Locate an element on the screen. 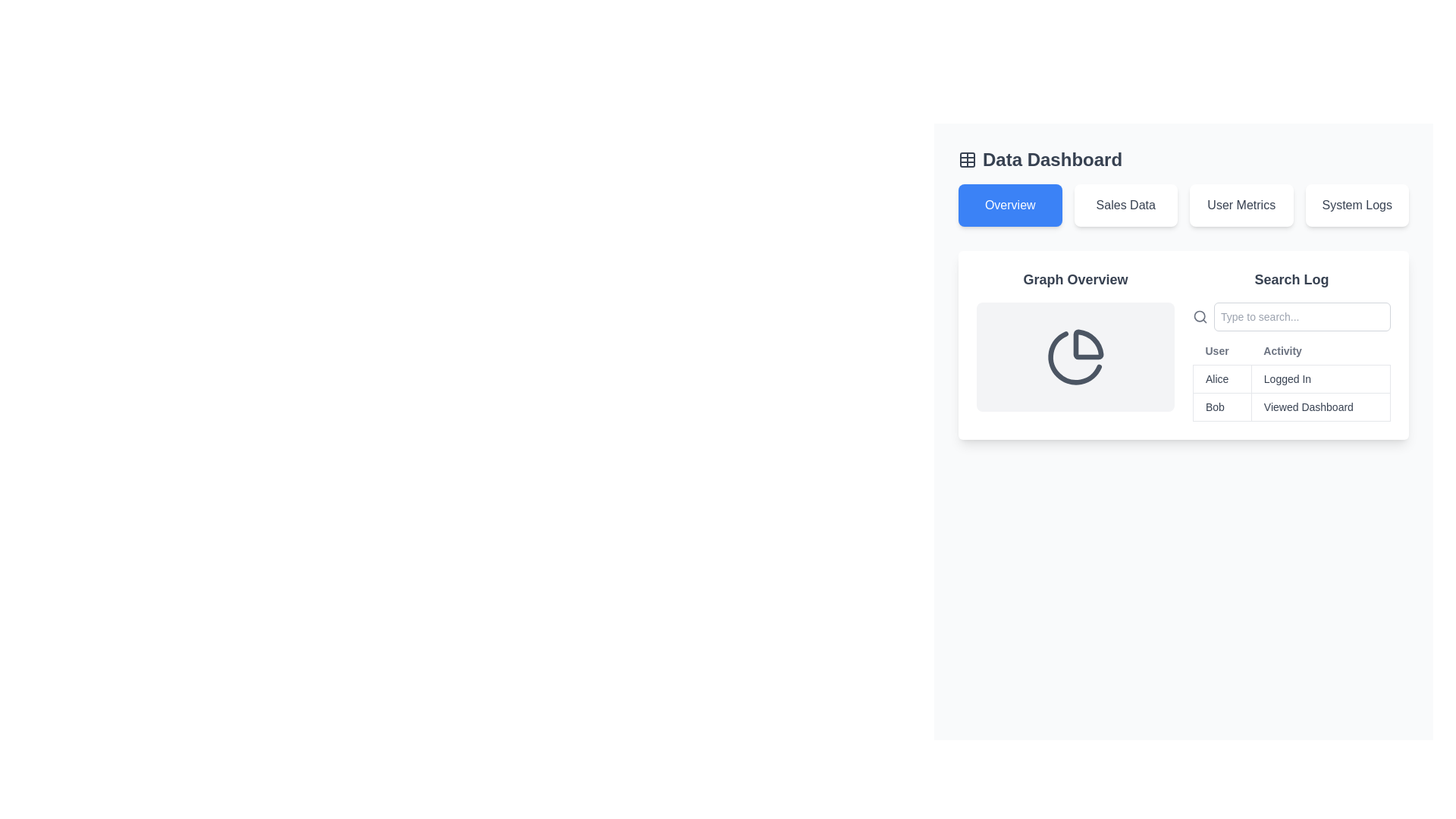 This screenshot has height=819, width=1456. the decorative element within the pie chart graphic that indicates the right-side slice of data in the 'Graph Overview' card is located at coordinates (1087, 344).